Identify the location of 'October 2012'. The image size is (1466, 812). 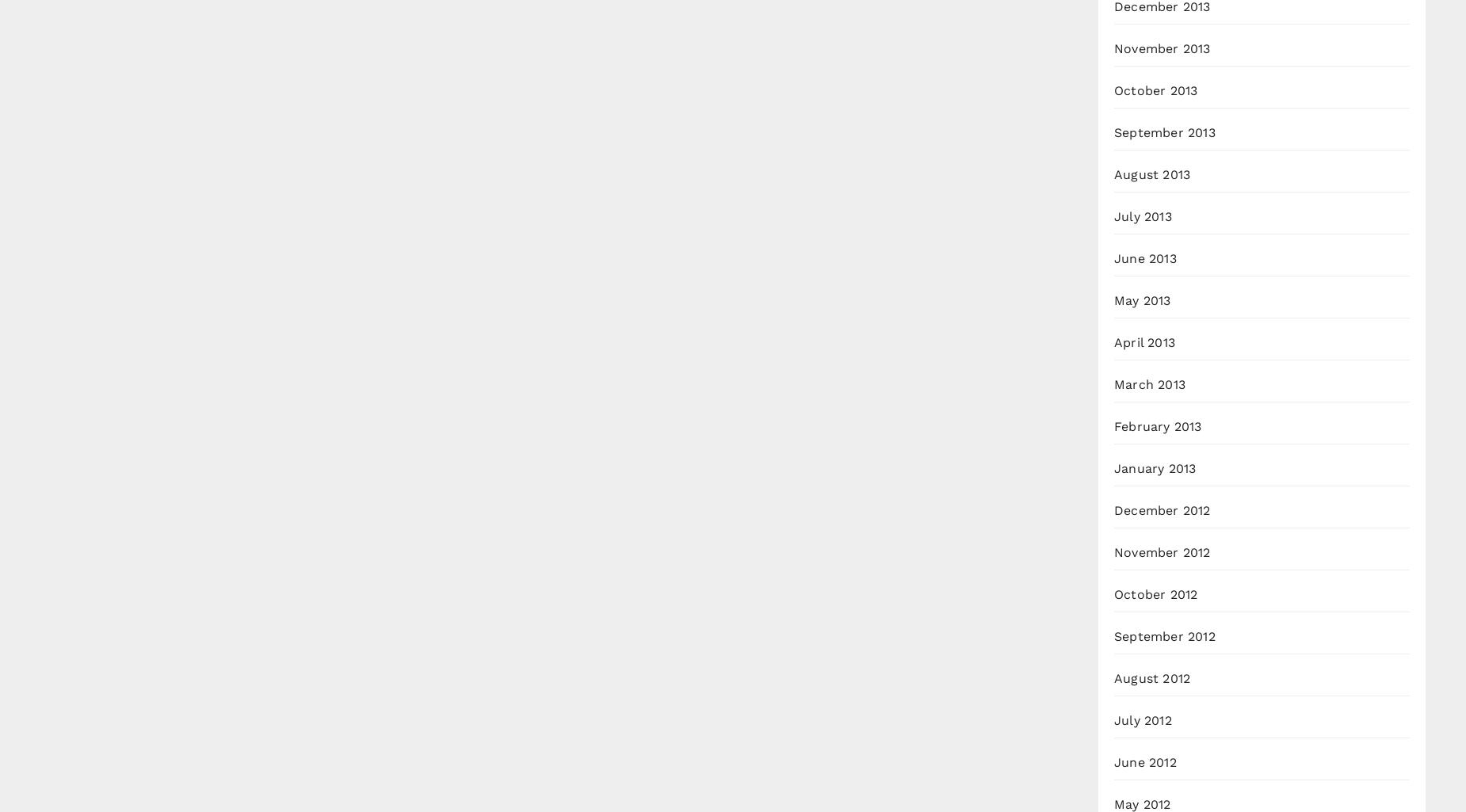
(1155, 594).